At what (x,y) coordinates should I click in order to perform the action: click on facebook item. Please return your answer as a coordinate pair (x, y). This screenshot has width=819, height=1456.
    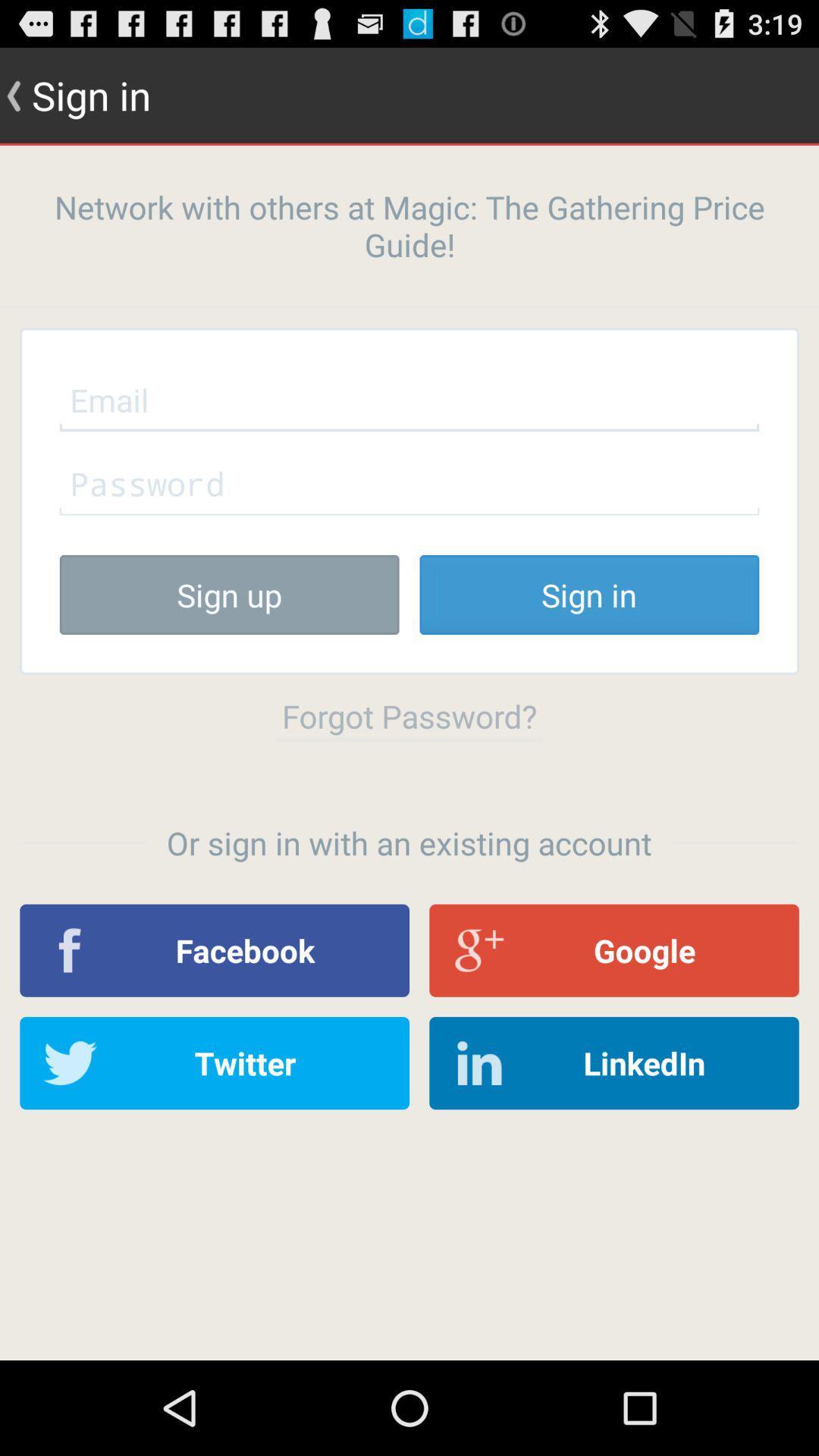
    Looking at the image, I should click on (215, 949).